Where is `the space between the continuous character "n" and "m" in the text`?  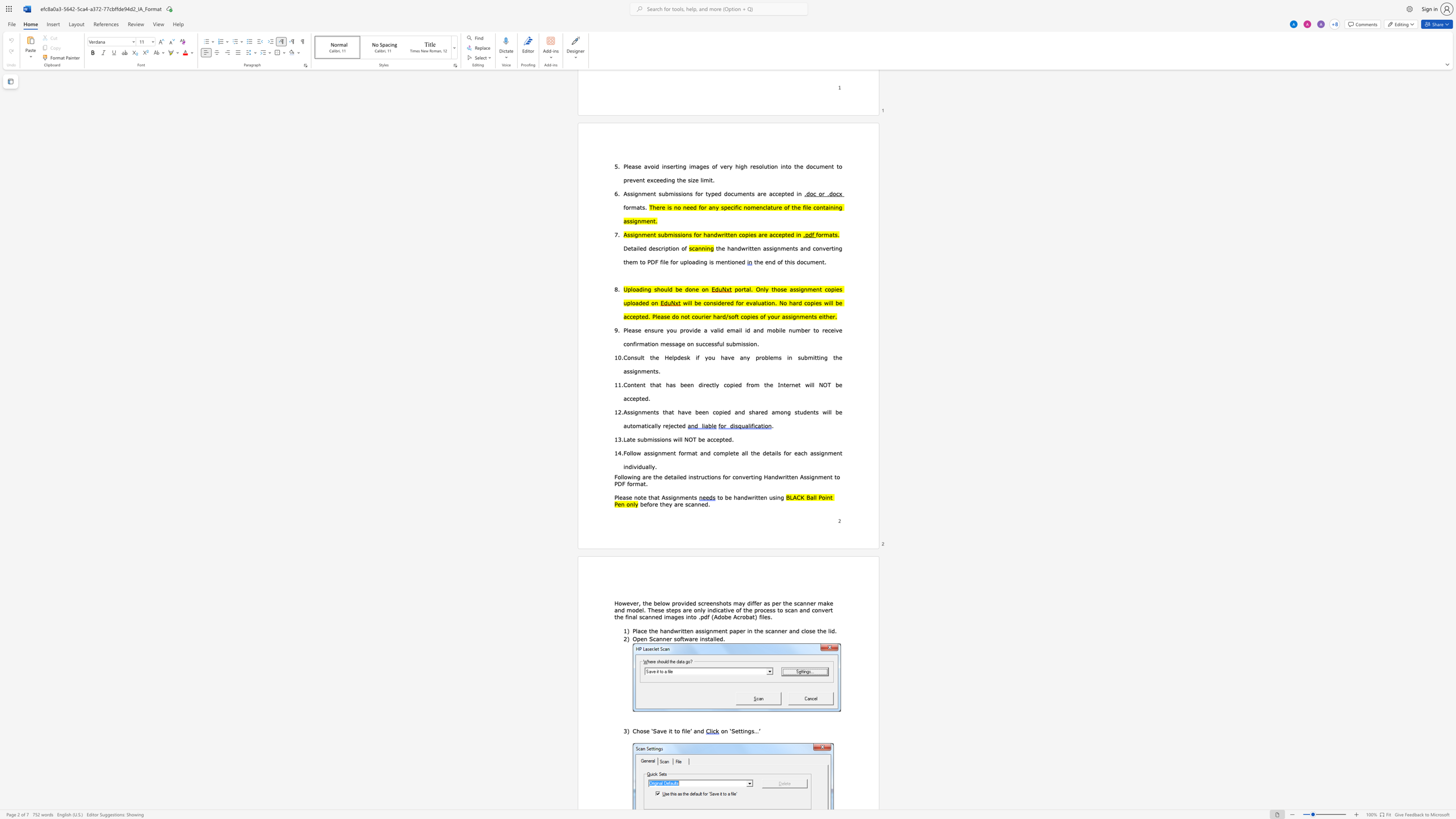
the space between the continuous character "n" and "m" in the text is located at coordinates (680, 496).